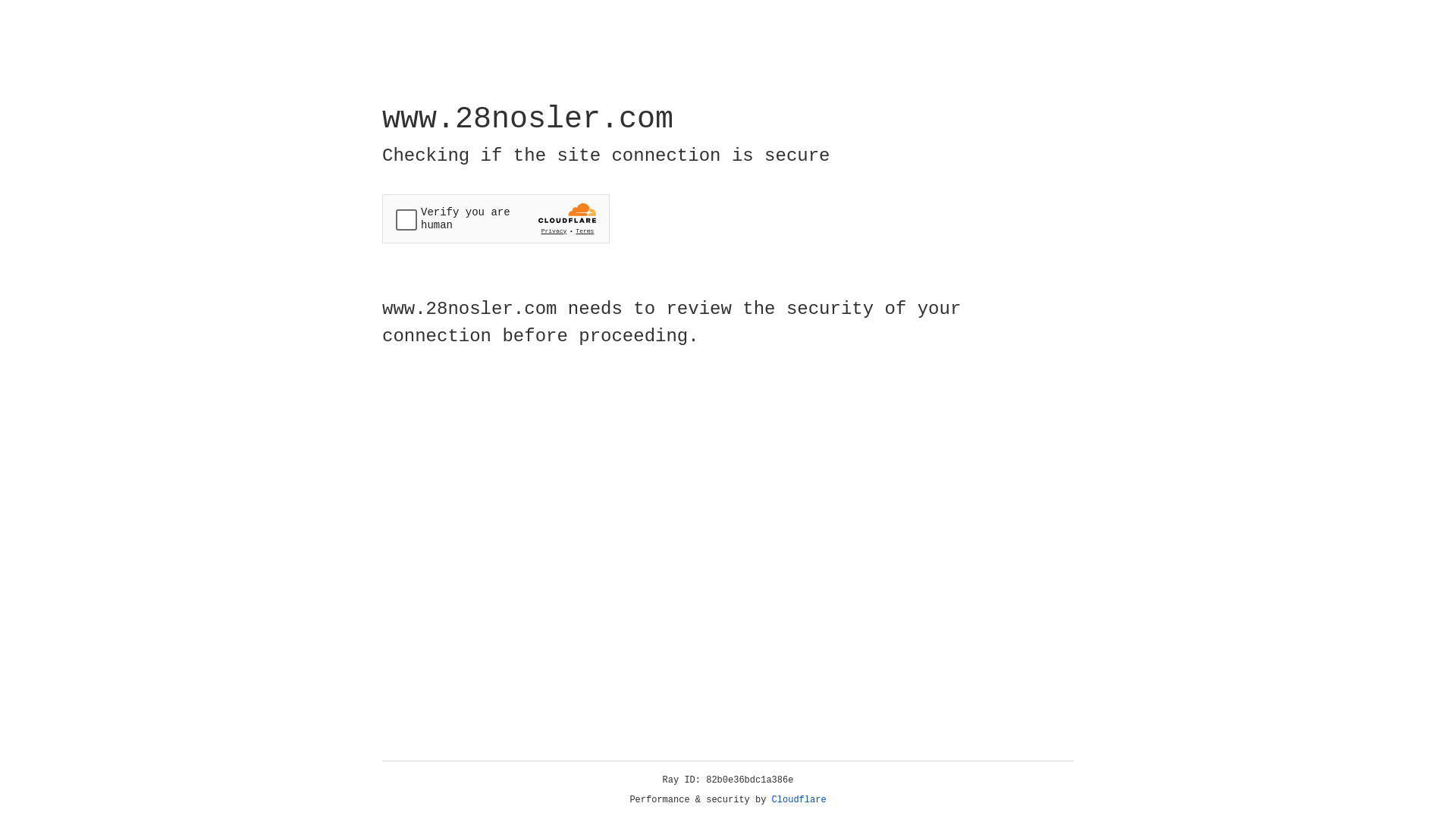  What do you see at coordinates (799, 799) in the screenshot?
I see `'Cloudflare'` at bounding box center [799, 799].